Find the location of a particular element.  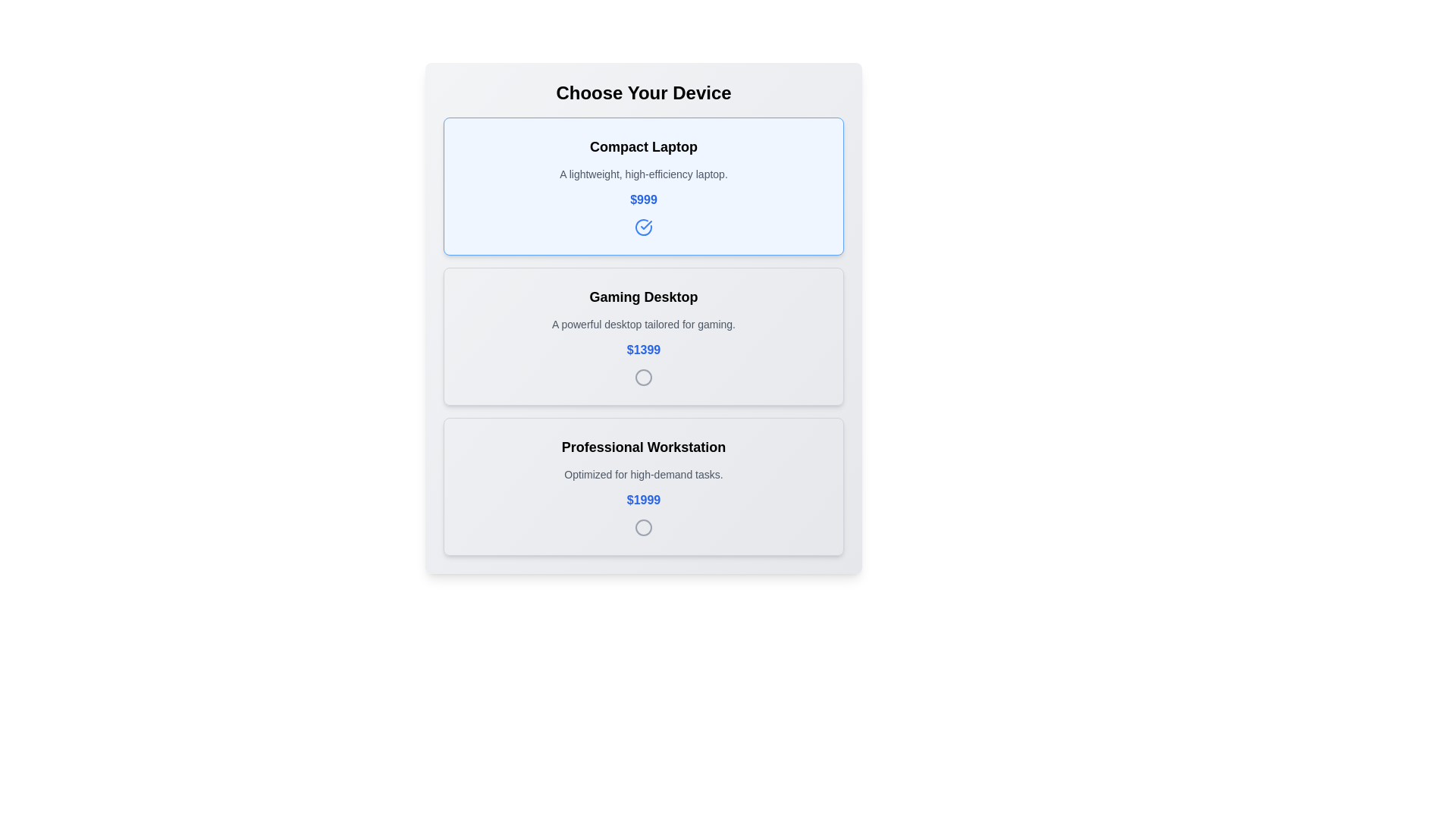

the static text that reads 'Optimized for high-demand tasks.' which is located below the title 'Professional Workstation' and above the price '$1999.' is located at coordinates (644, 473).